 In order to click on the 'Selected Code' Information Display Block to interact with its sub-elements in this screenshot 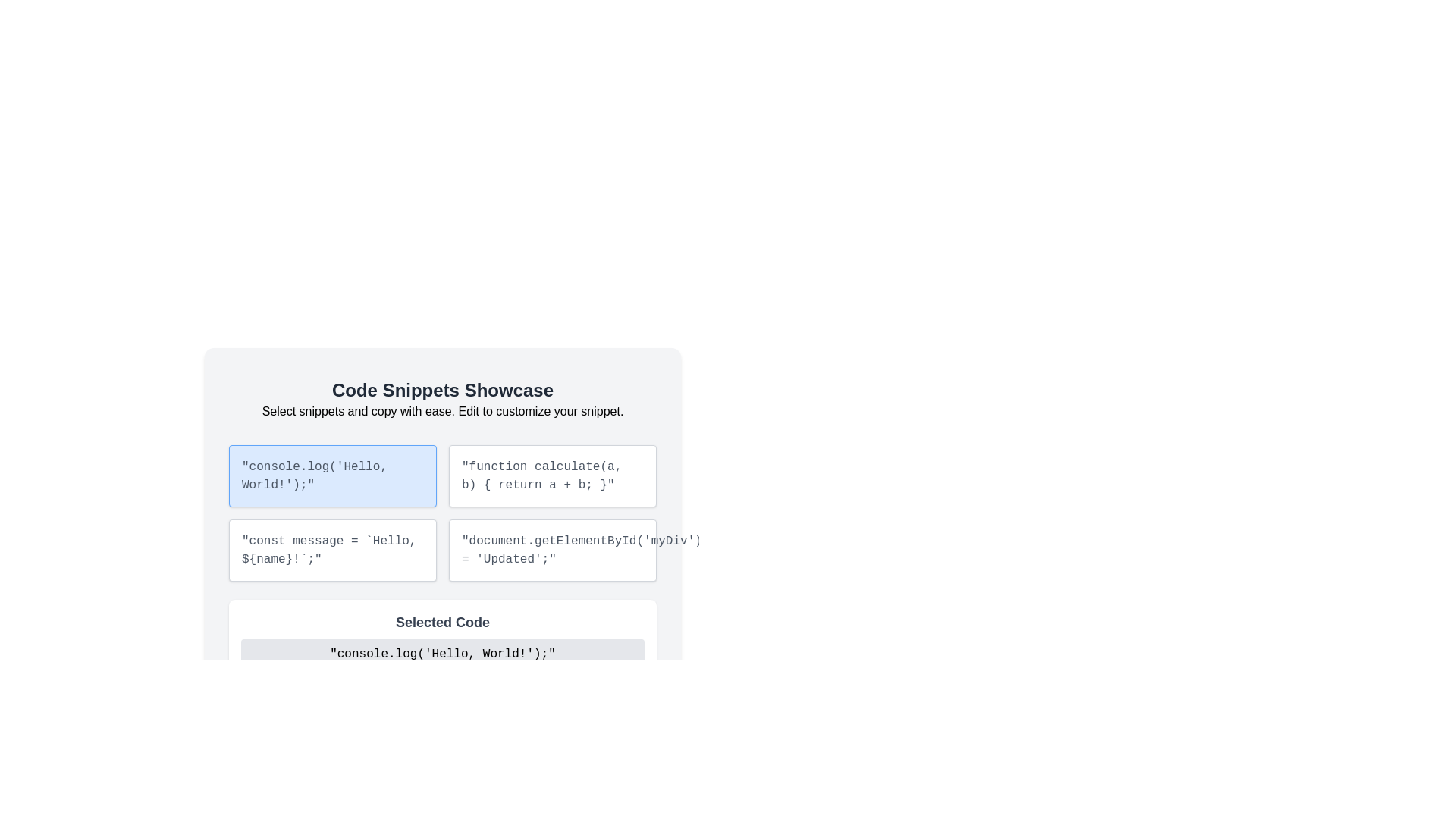, I will do `click(442, 661)`.